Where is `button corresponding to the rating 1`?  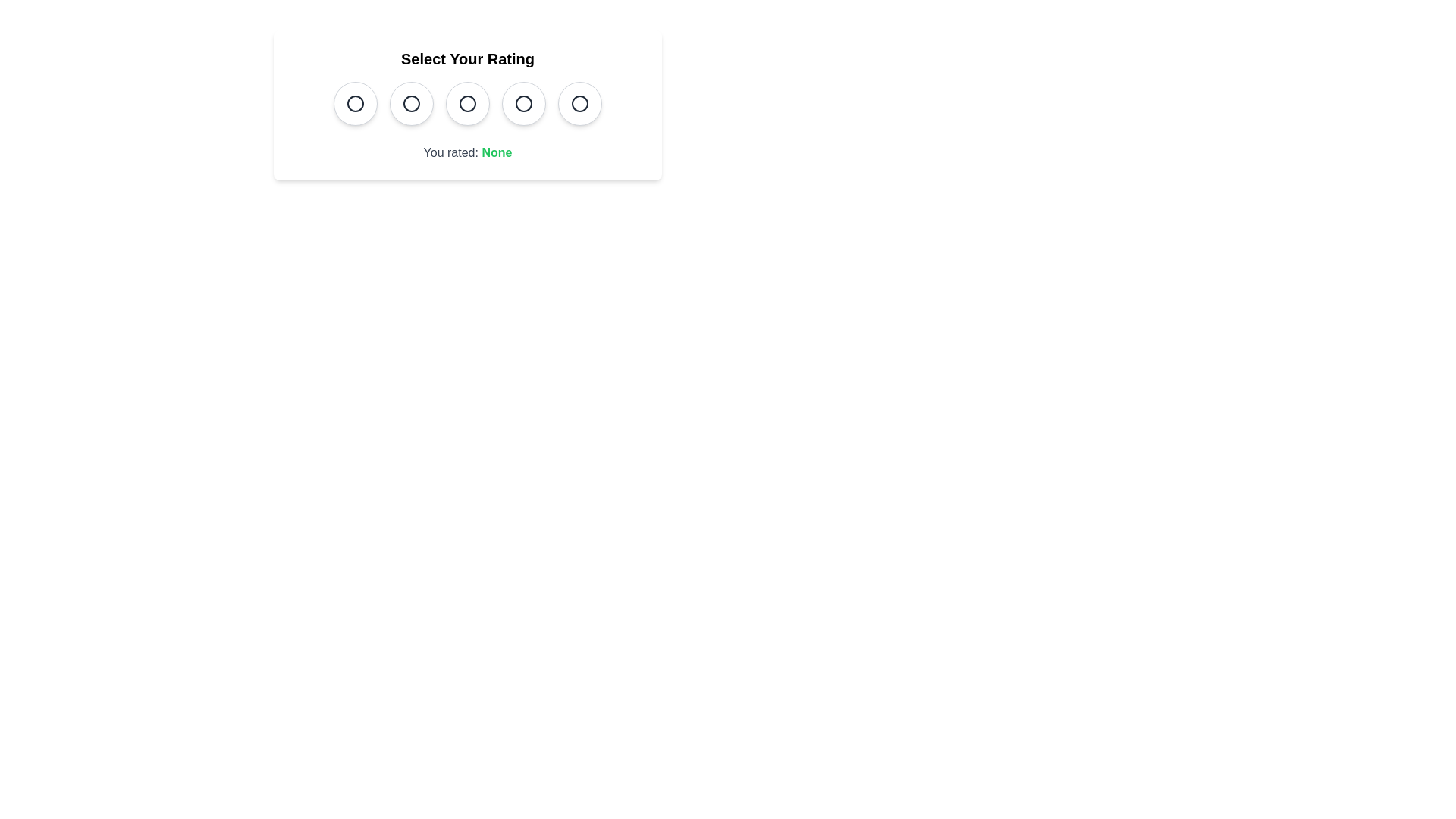 button corresponding to the rating 1 is located at coordinates (355, 103).